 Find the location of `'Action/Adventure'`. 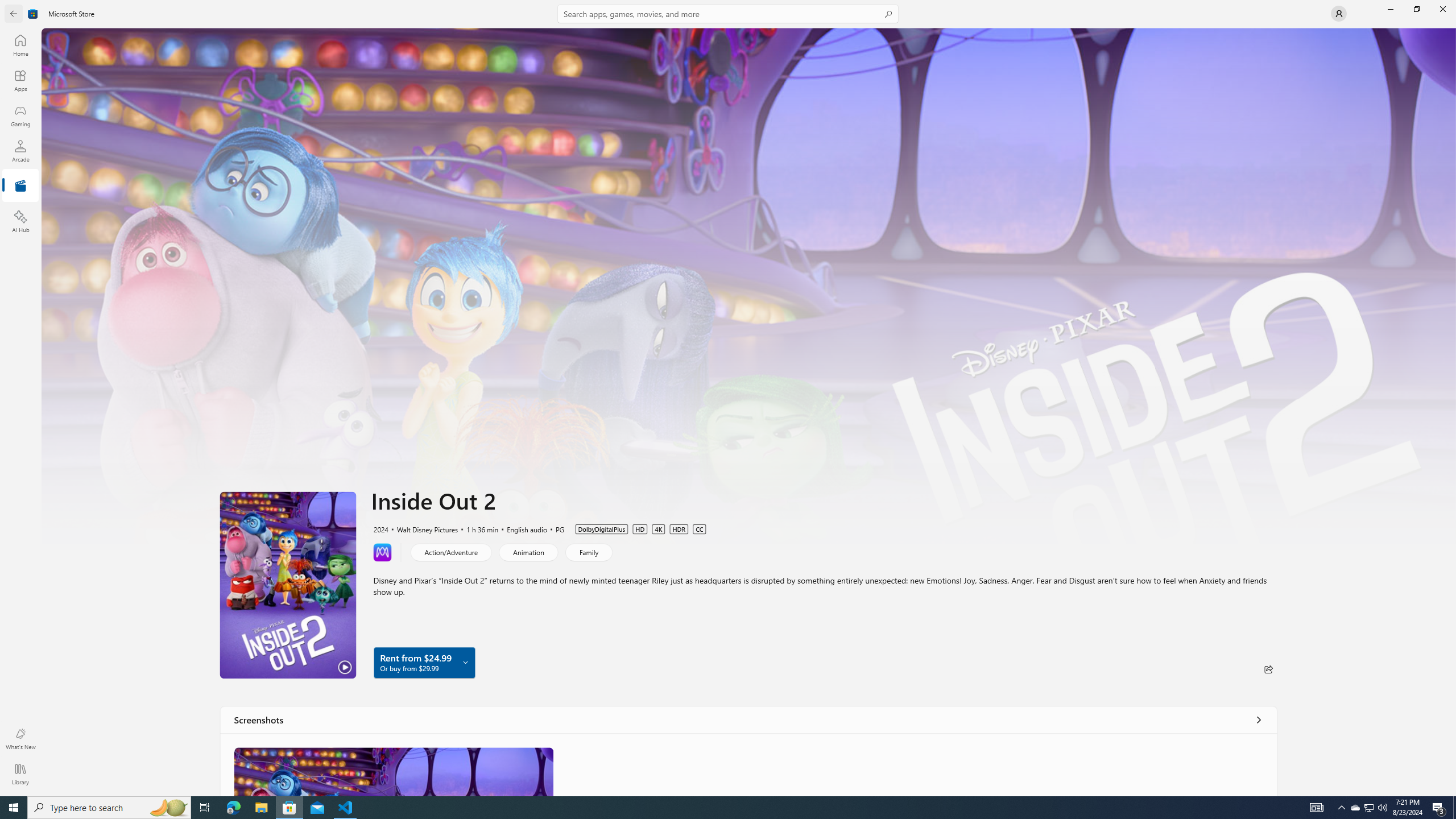

'Action/Adventure' is located at coordinates (450, 551).